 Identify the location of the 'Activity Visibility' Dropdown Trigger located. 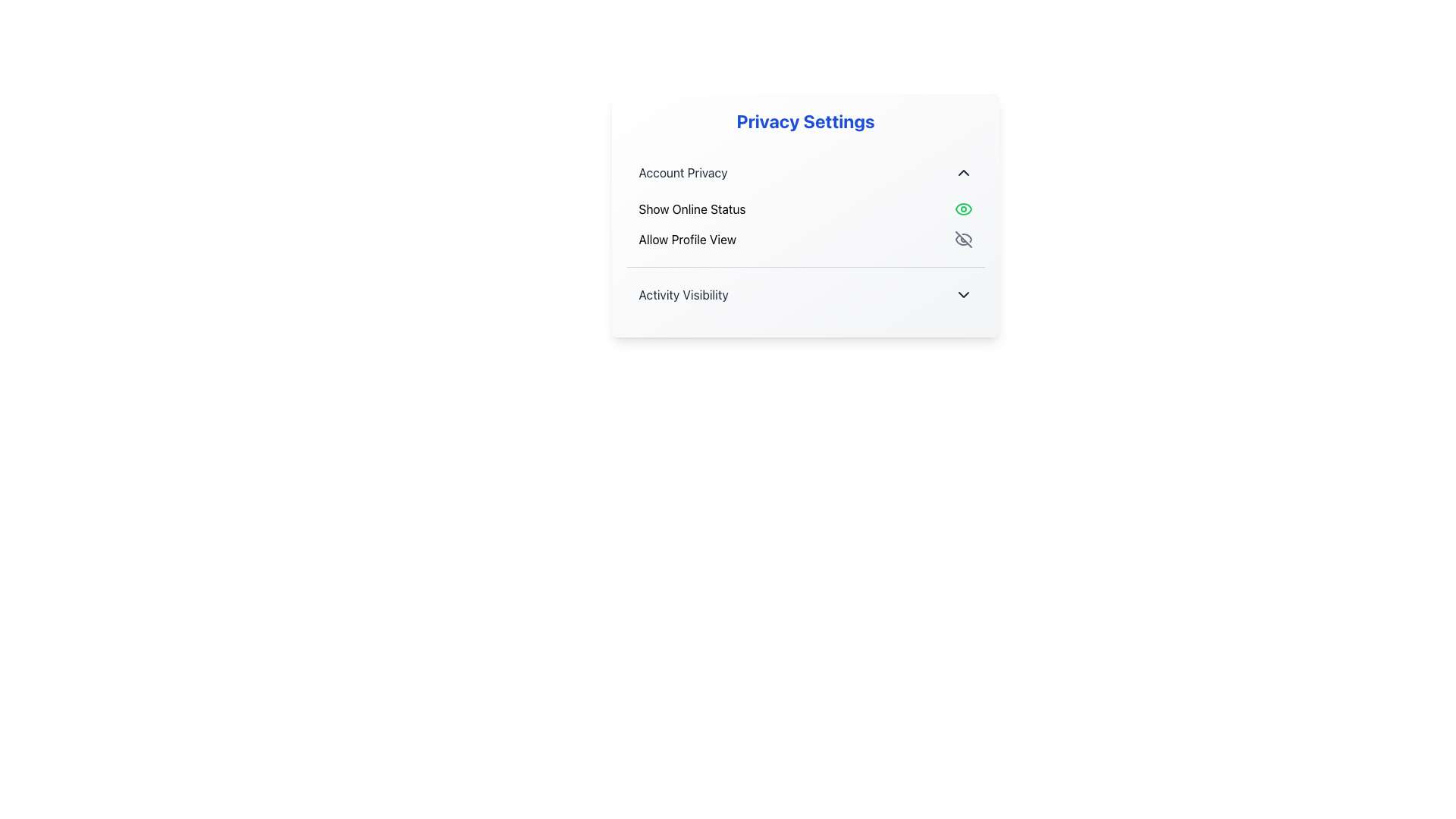
(805, 295).